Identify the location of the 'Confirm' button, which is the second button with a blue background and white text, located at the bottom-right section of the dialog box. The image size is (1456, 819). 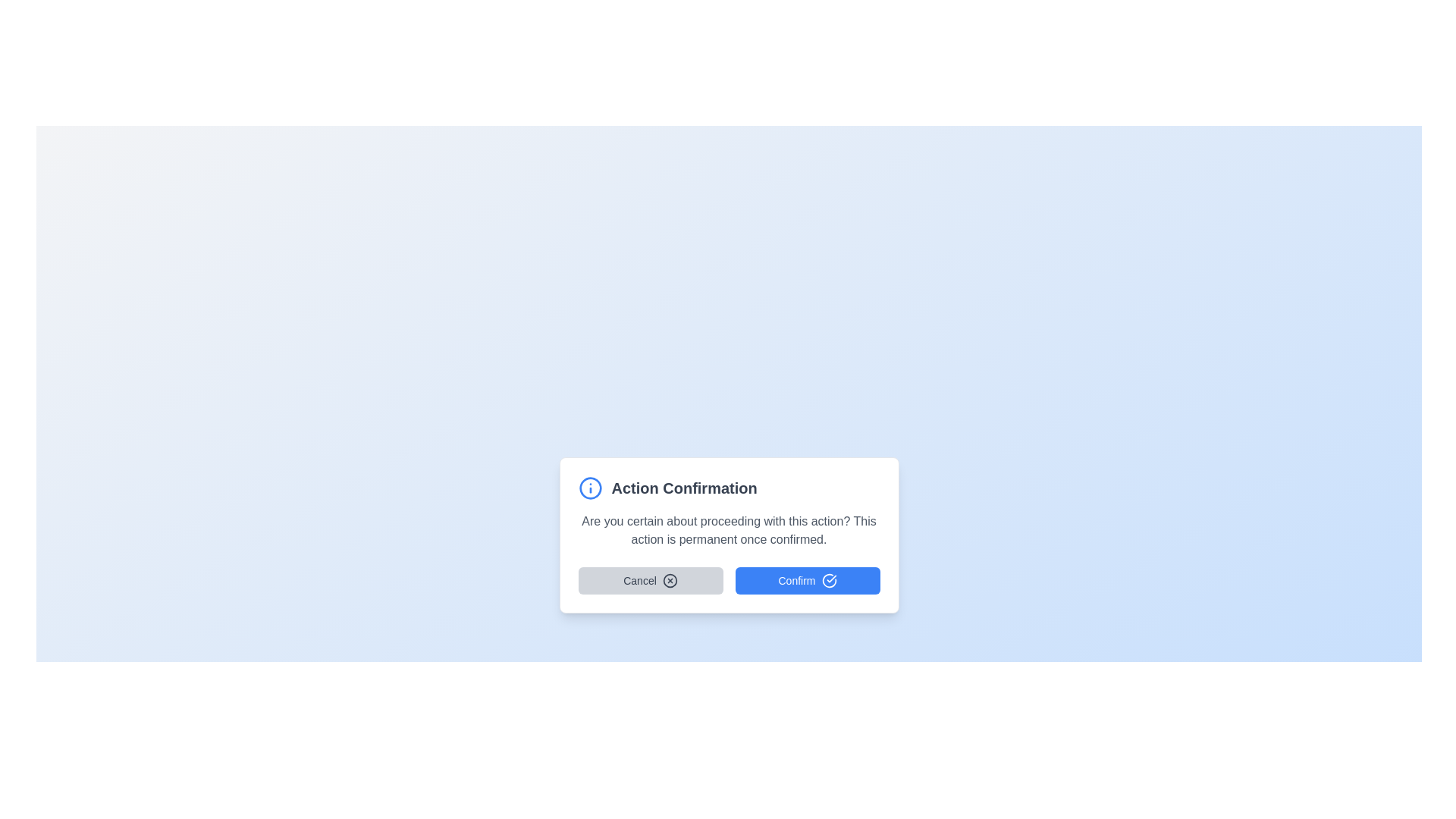
(807, 580).